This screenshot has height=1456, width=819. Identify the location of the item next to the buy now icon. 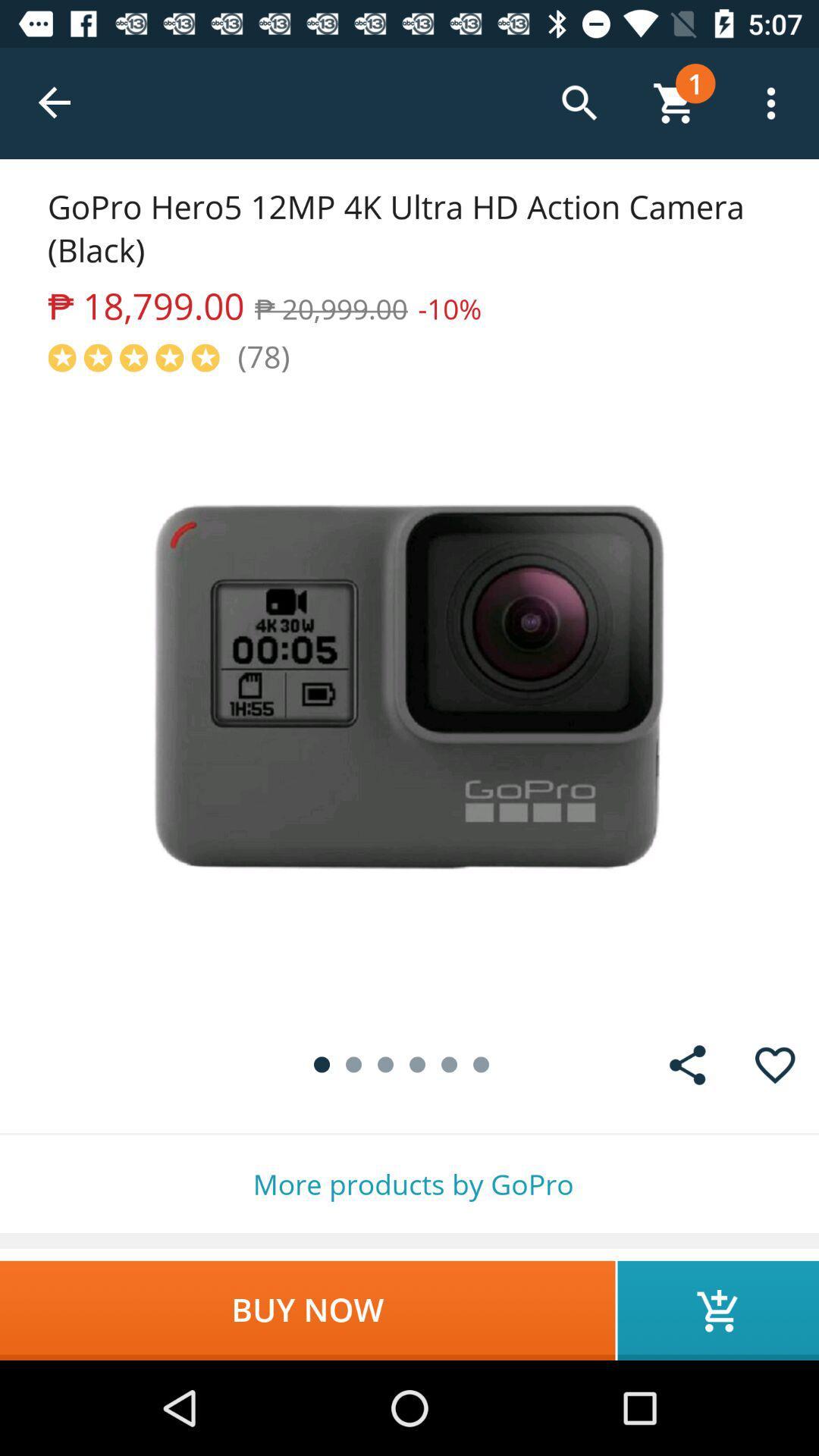
(717, 1310).